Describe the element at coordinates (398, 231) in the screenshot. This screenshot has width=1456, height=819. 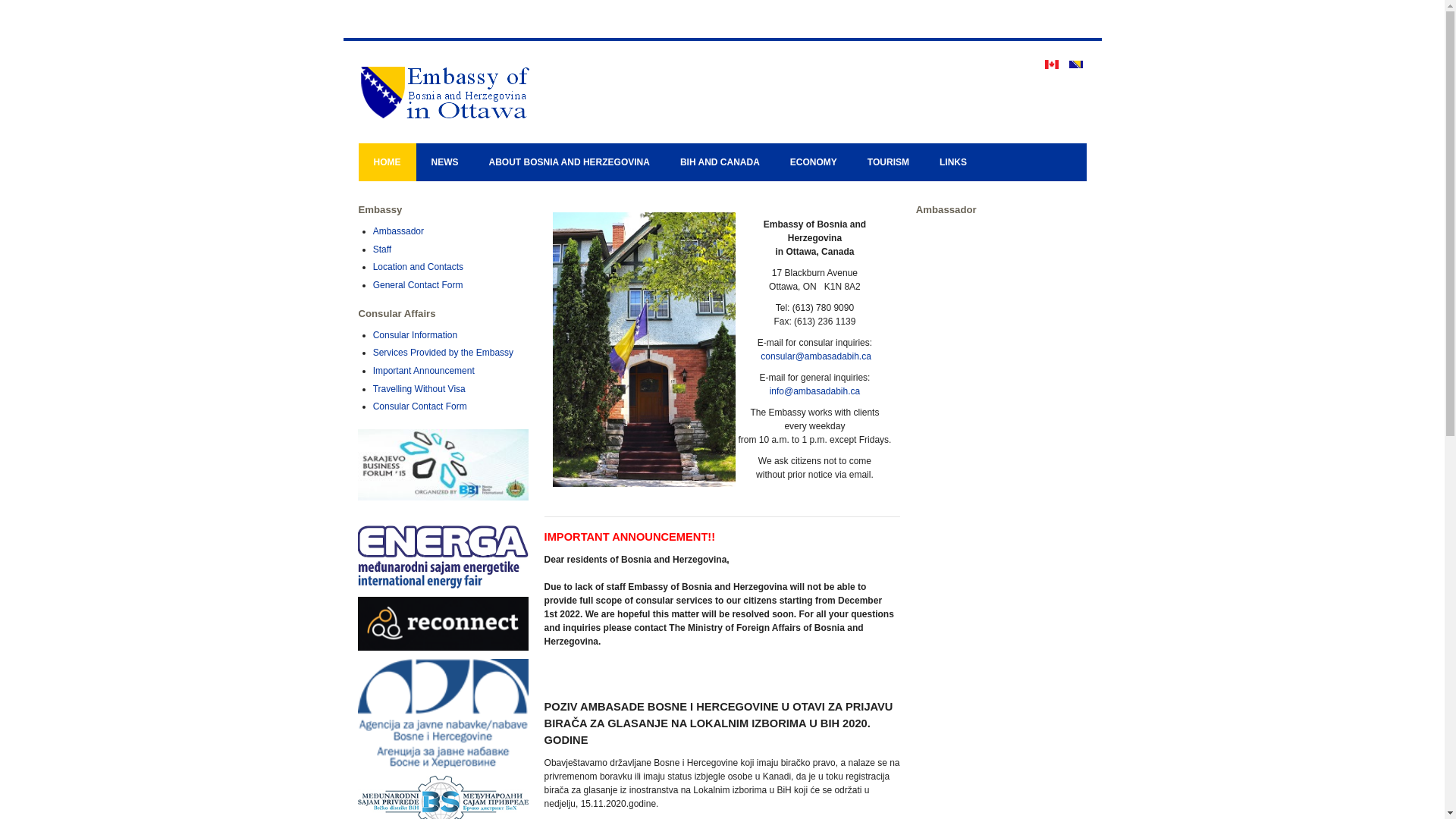
I see `'Ambassador'` at that location.